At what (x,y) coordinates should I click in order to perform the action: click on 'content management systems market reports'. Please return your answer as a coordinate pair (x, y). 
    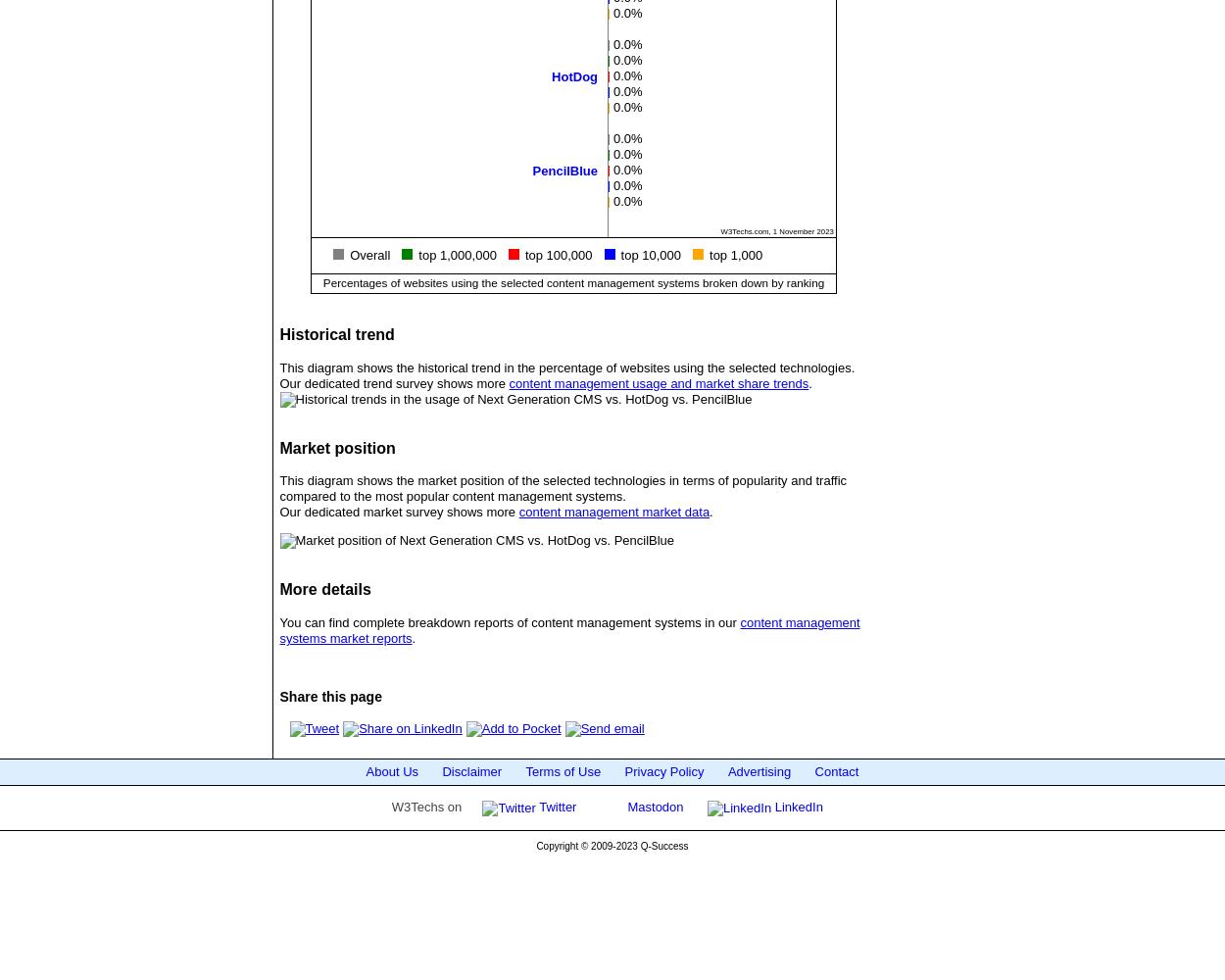
    Looking at the image, I should click on (568, 630).